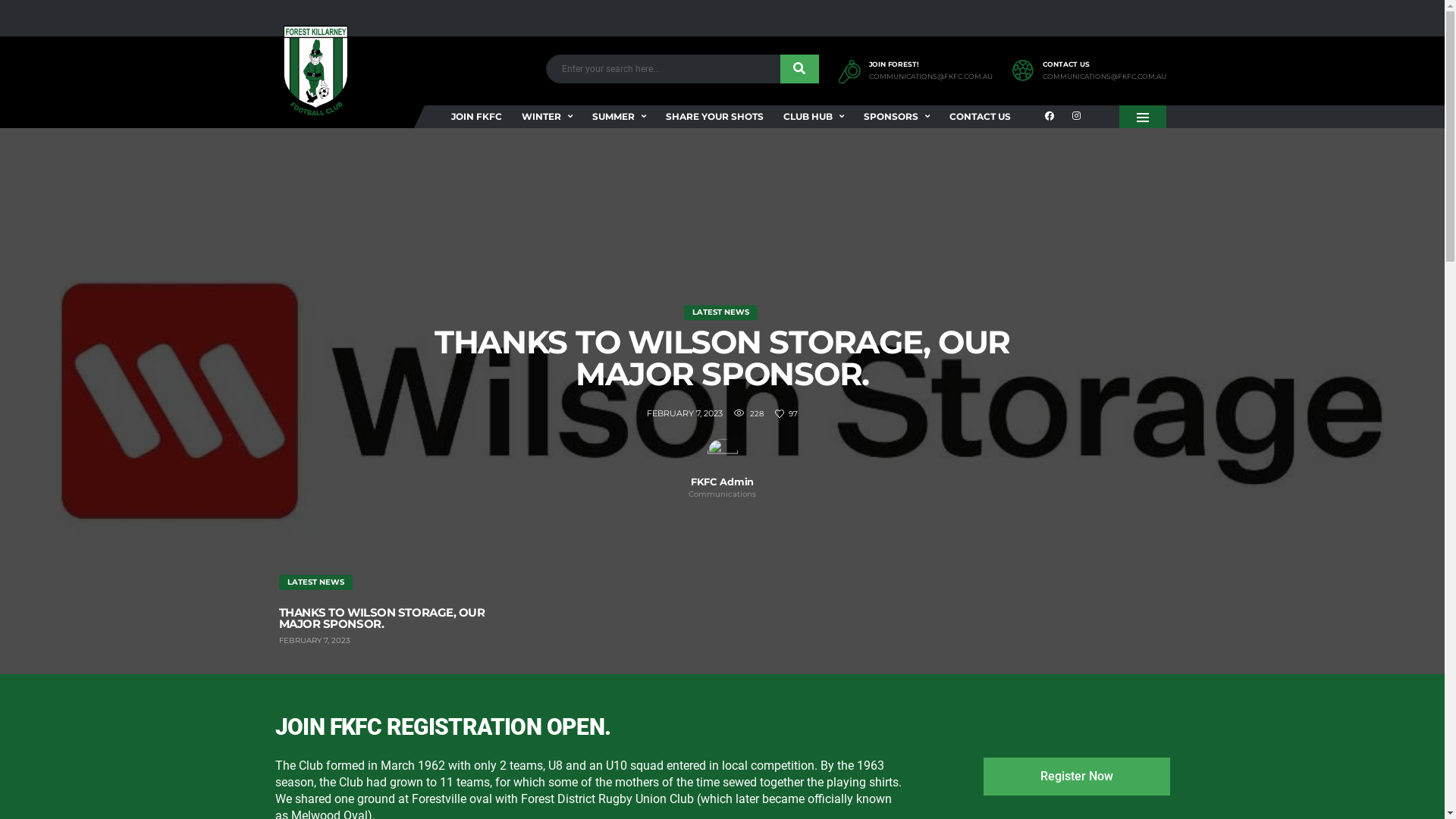  What do you see at coordinates (979, 116) in the screenshot?
I see `'CONTACT US'` at bounding box center [979, 116].